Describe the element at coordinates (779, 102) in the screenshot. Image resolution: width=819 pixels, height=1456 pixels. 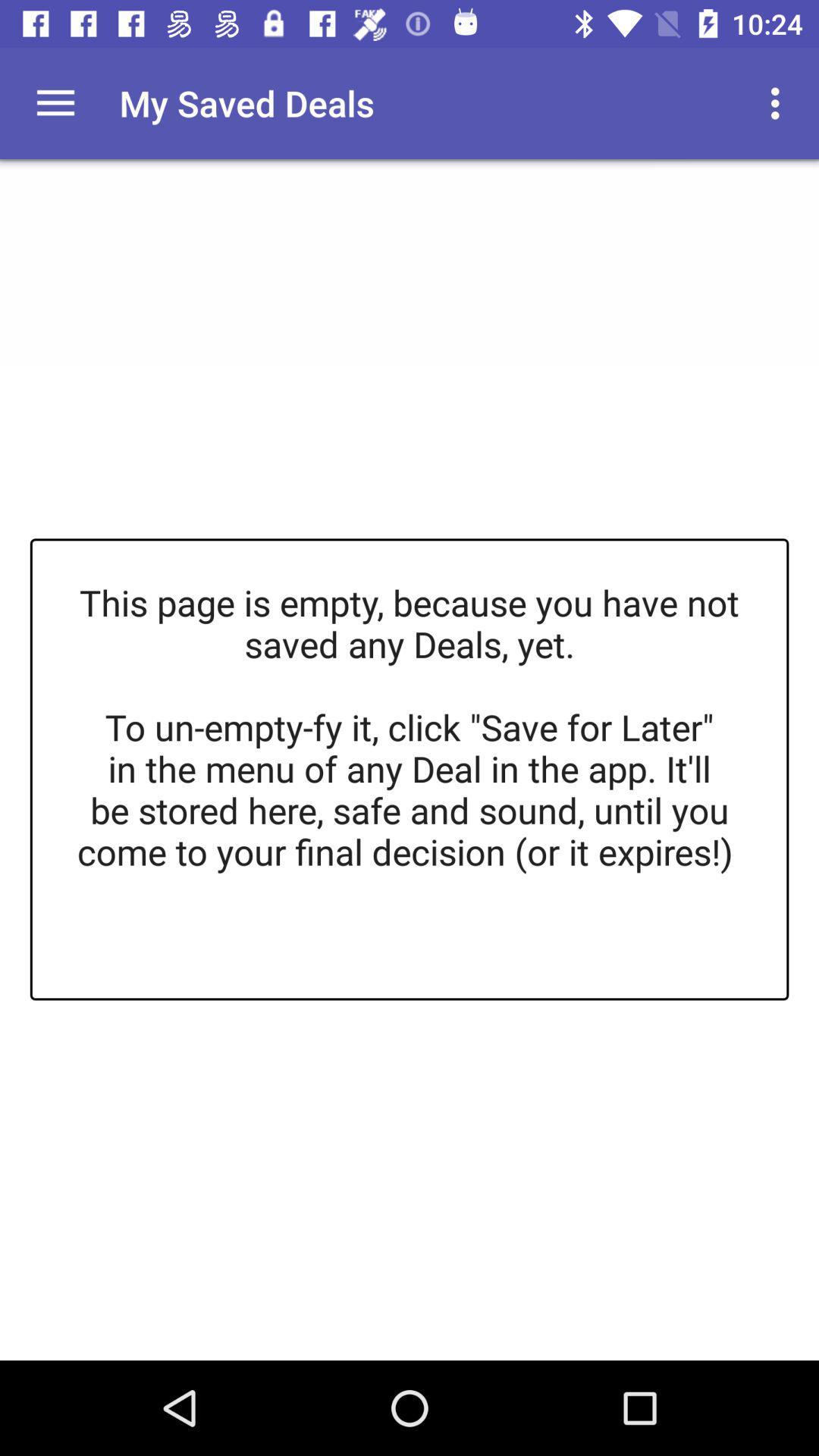
I see `the app to the right of the my saved deals app` at that location.